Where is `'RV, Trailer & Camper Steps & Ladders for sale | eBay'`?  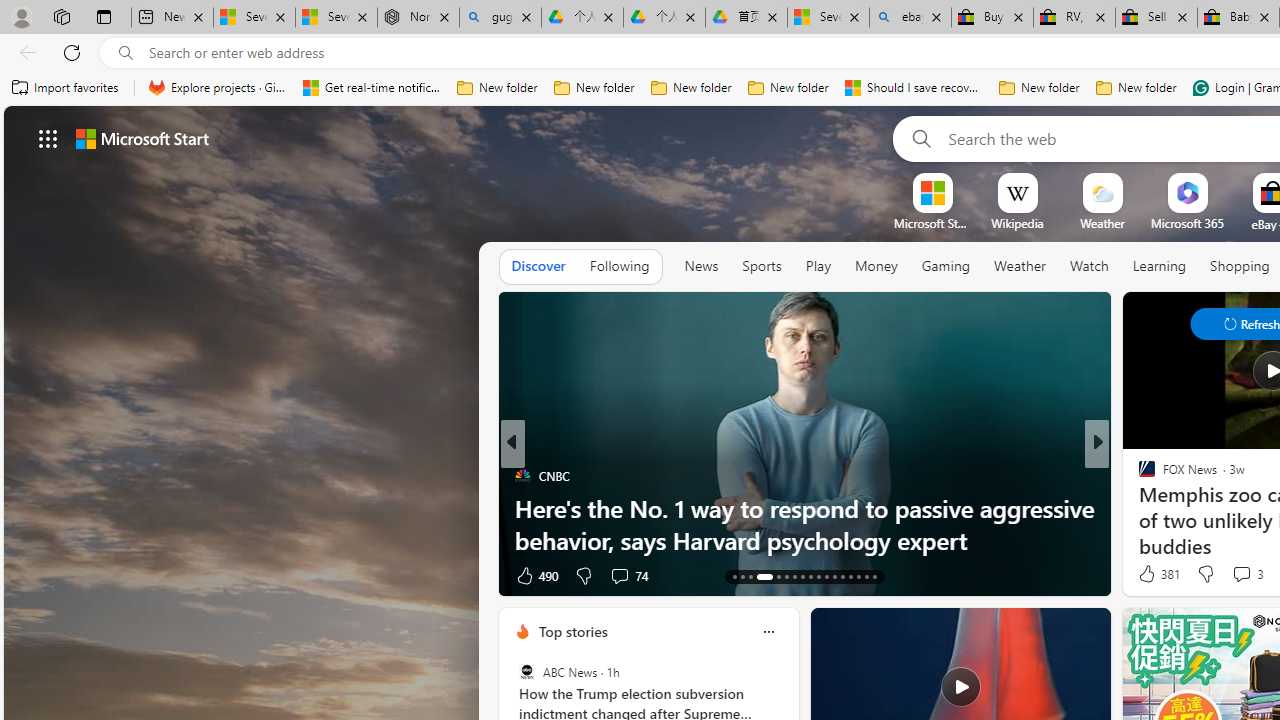 'RV, Trailer & Camper Steps & Ladders for sale | eBay' is located at coordinates (1073, 17).